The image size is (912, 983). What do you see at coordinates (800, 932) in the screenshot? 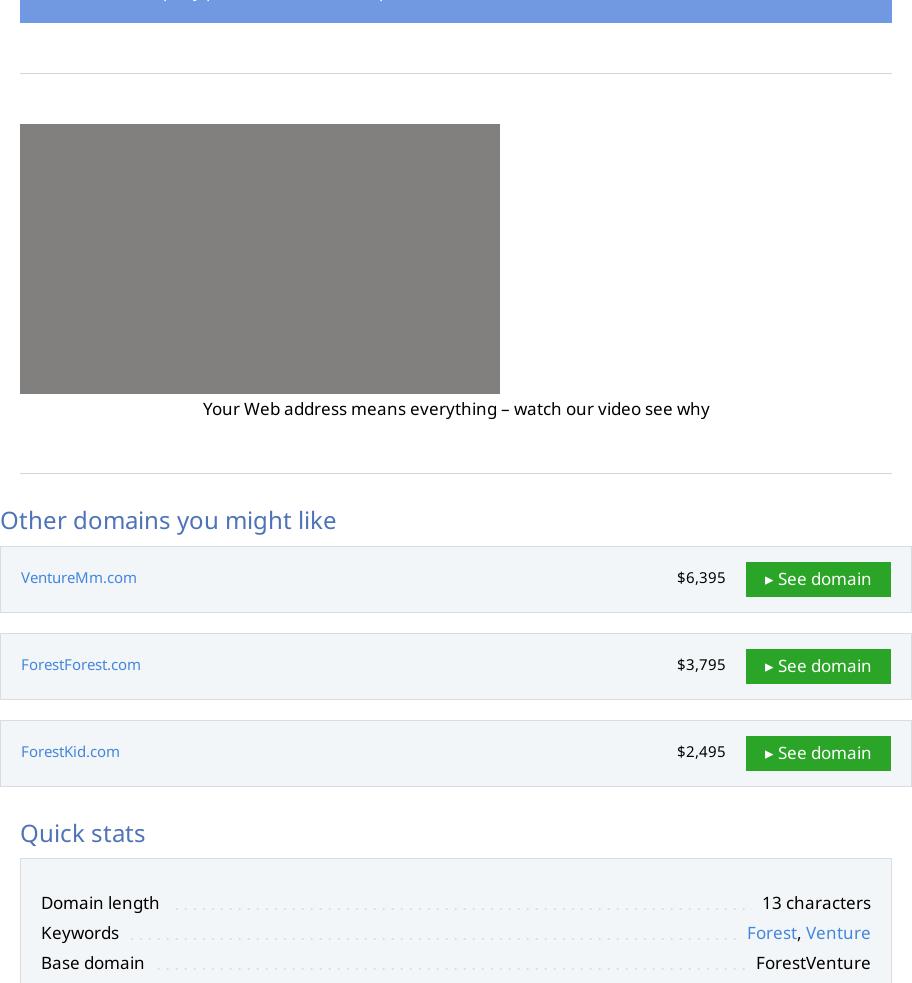
I see `','` at bounding box center [800, 932].